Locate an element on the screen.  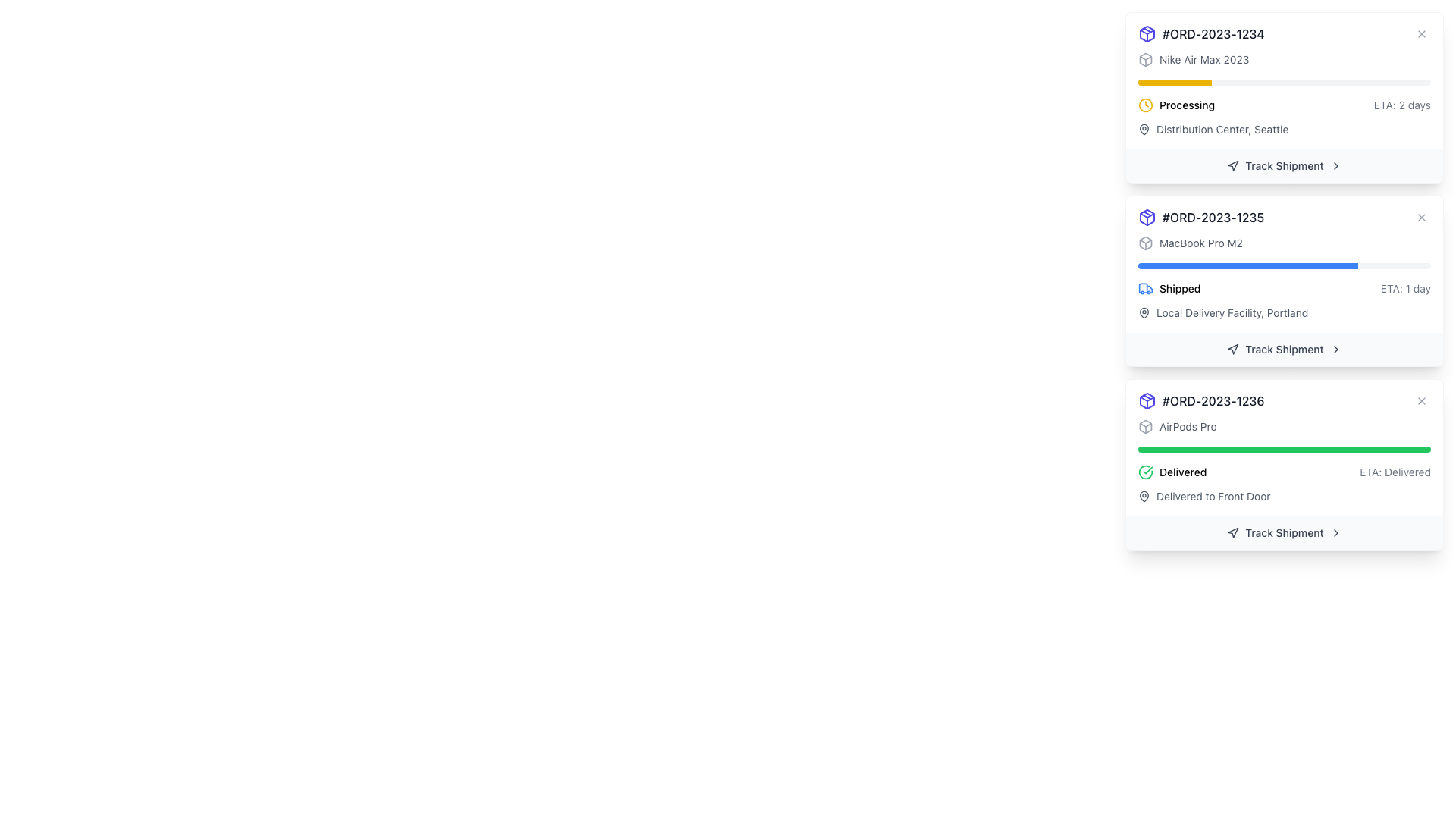
the progress indicator representing 25% completion of order '#ORD-2023-1234' in the progress bar above the 'Processing' text is located at coordinates (1174, 82).